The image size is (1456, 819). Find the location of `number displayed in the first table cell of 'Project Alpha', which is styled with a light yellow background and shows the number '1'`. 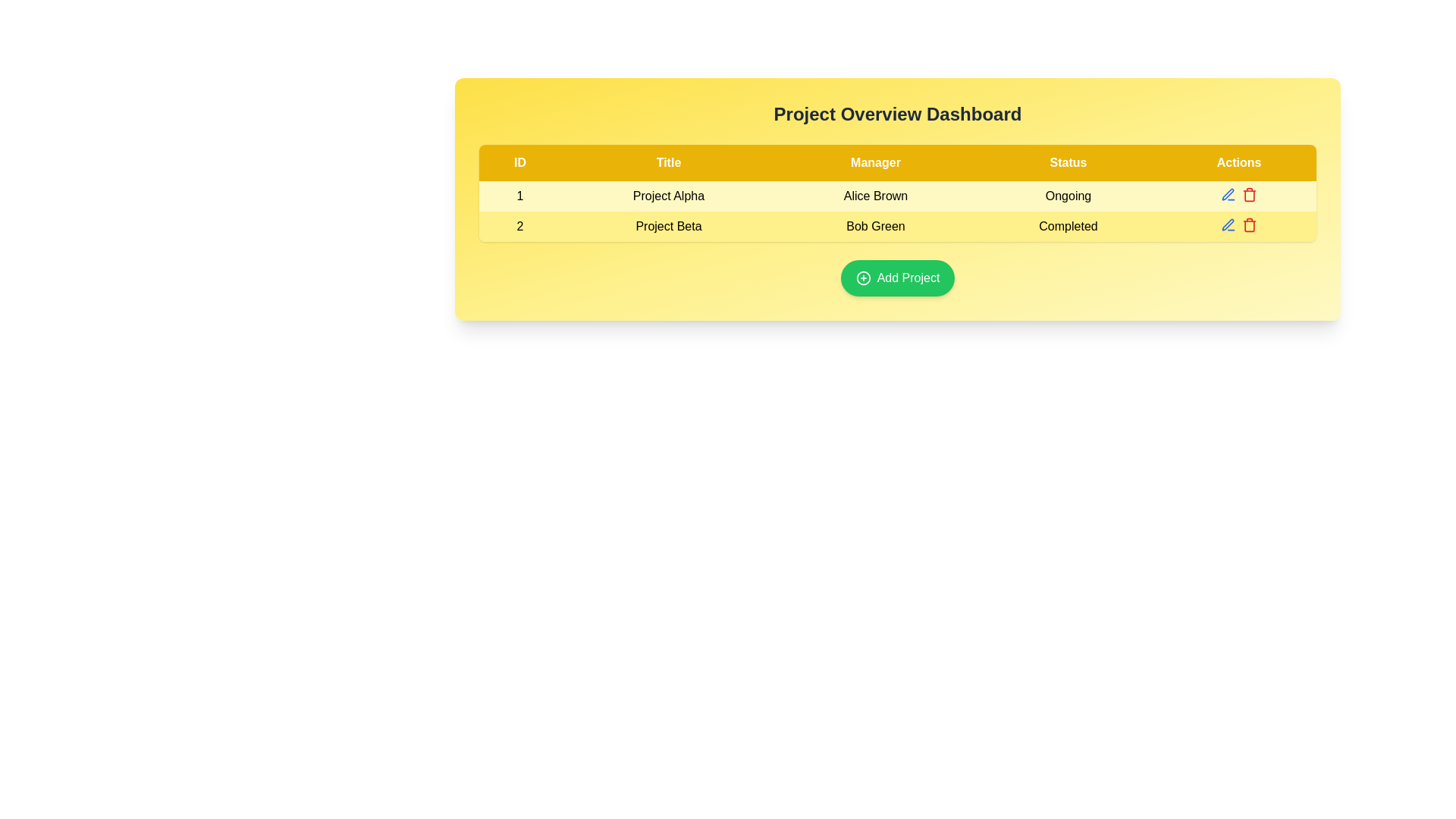

number displayed in the first table cell of 'Project Alpha', which is styled with a light yellow background and shows the number '1' is located at coordinates (520, 195).